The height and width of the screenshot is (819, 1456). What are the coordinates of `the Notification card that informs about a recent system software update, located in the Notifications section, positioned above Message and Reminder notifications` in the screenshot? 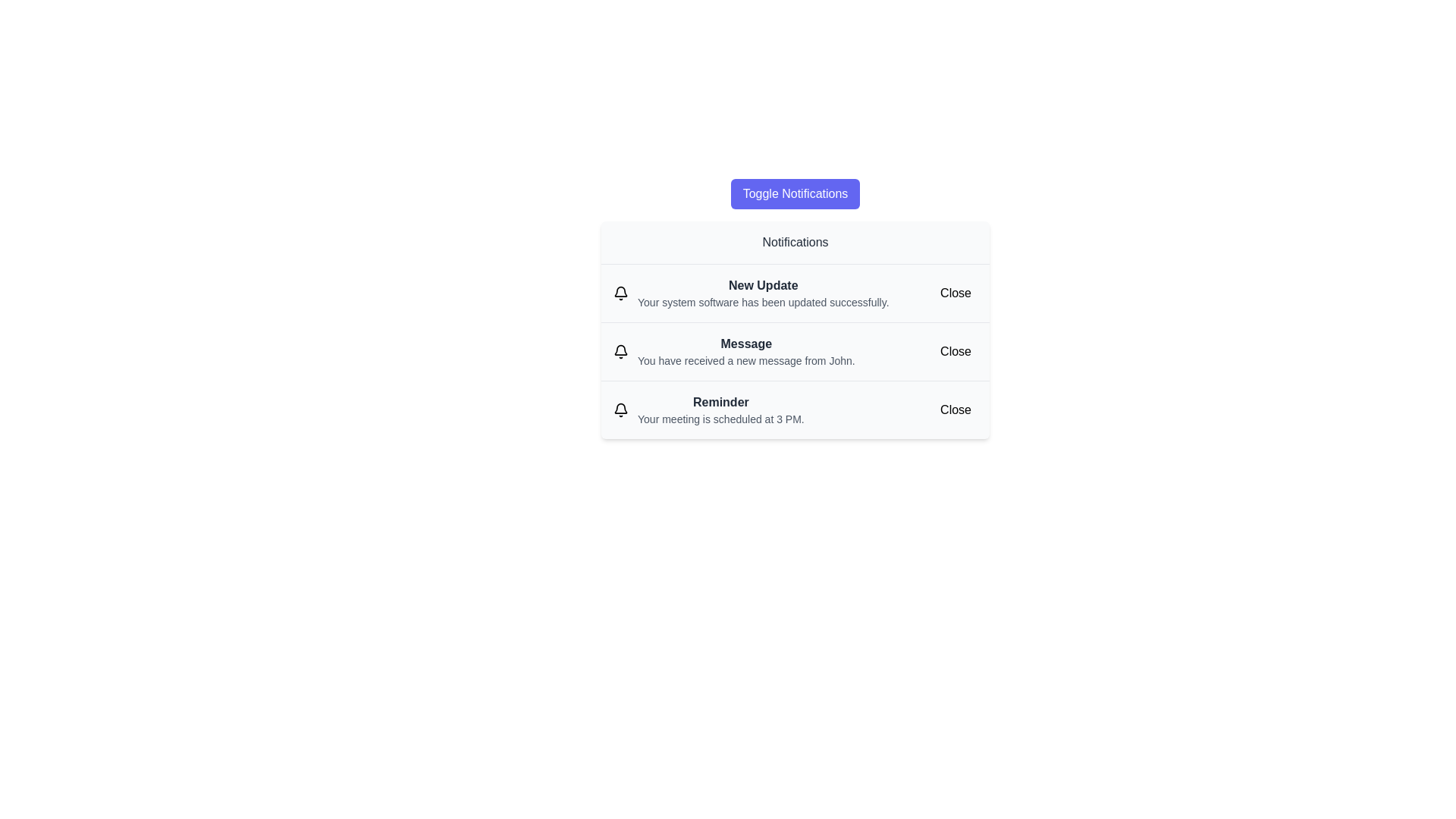 It's located at (795, 308).